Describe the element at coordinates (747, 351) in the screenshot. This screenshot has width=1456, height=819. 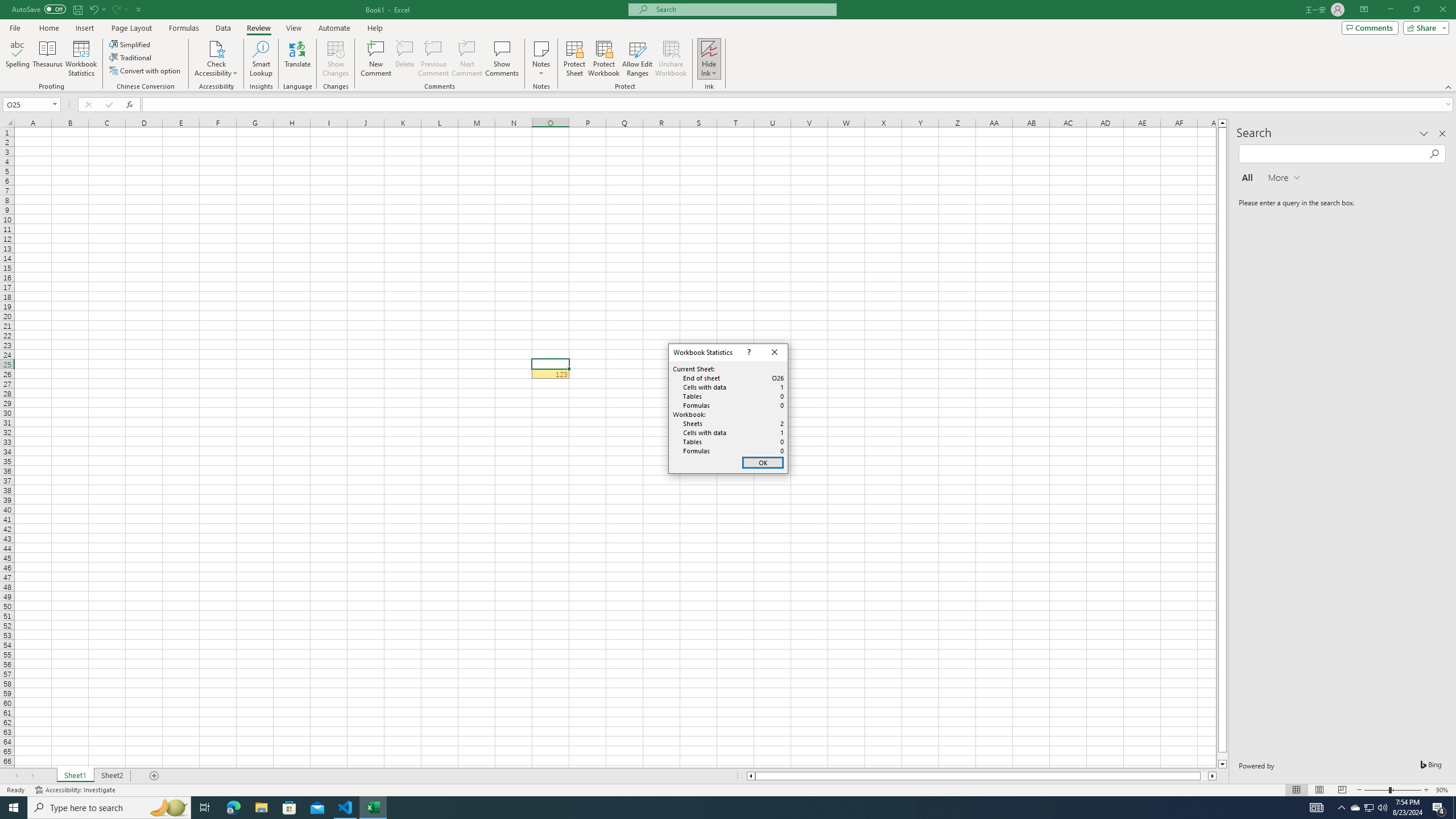
I see `'Context help'` at that location.